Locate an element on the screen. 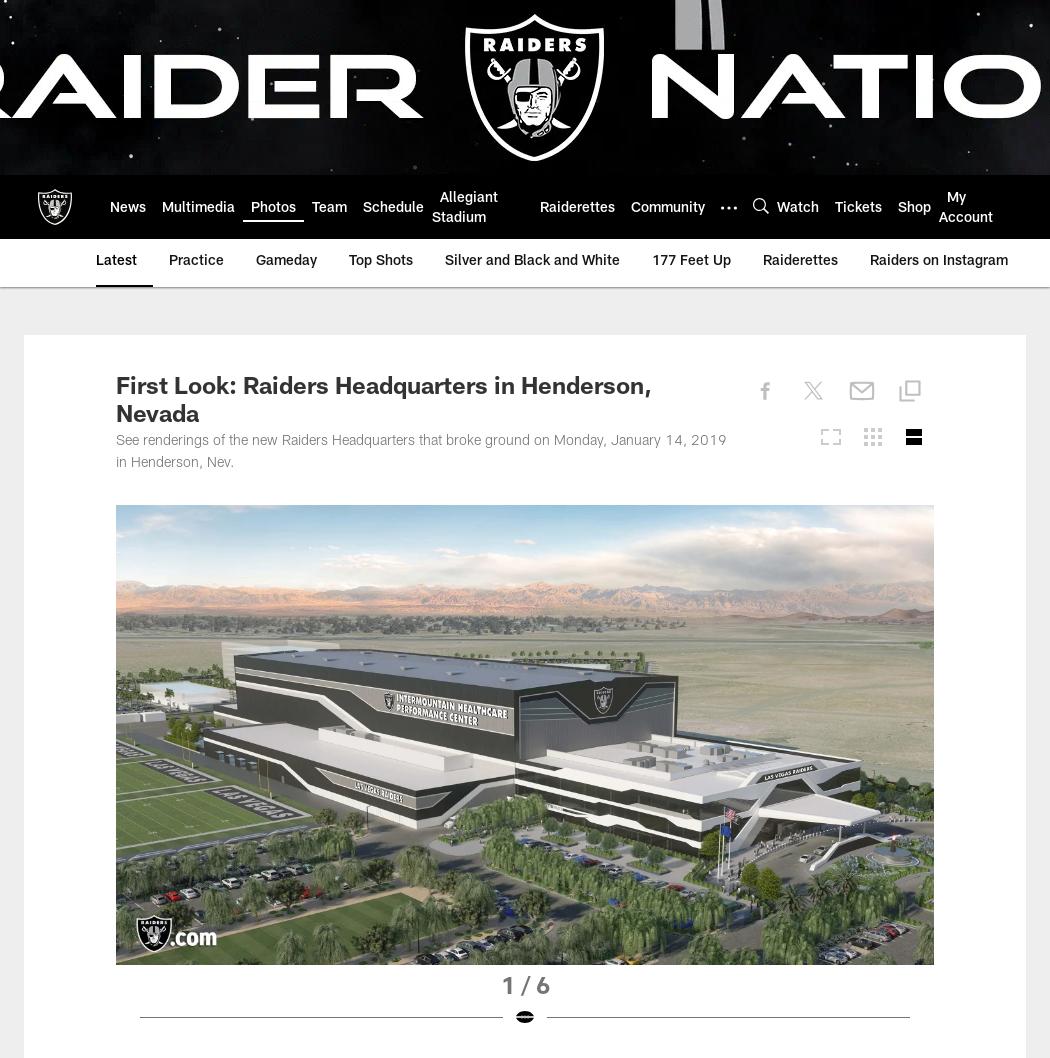  'News' is located at coordinates (126, 208).